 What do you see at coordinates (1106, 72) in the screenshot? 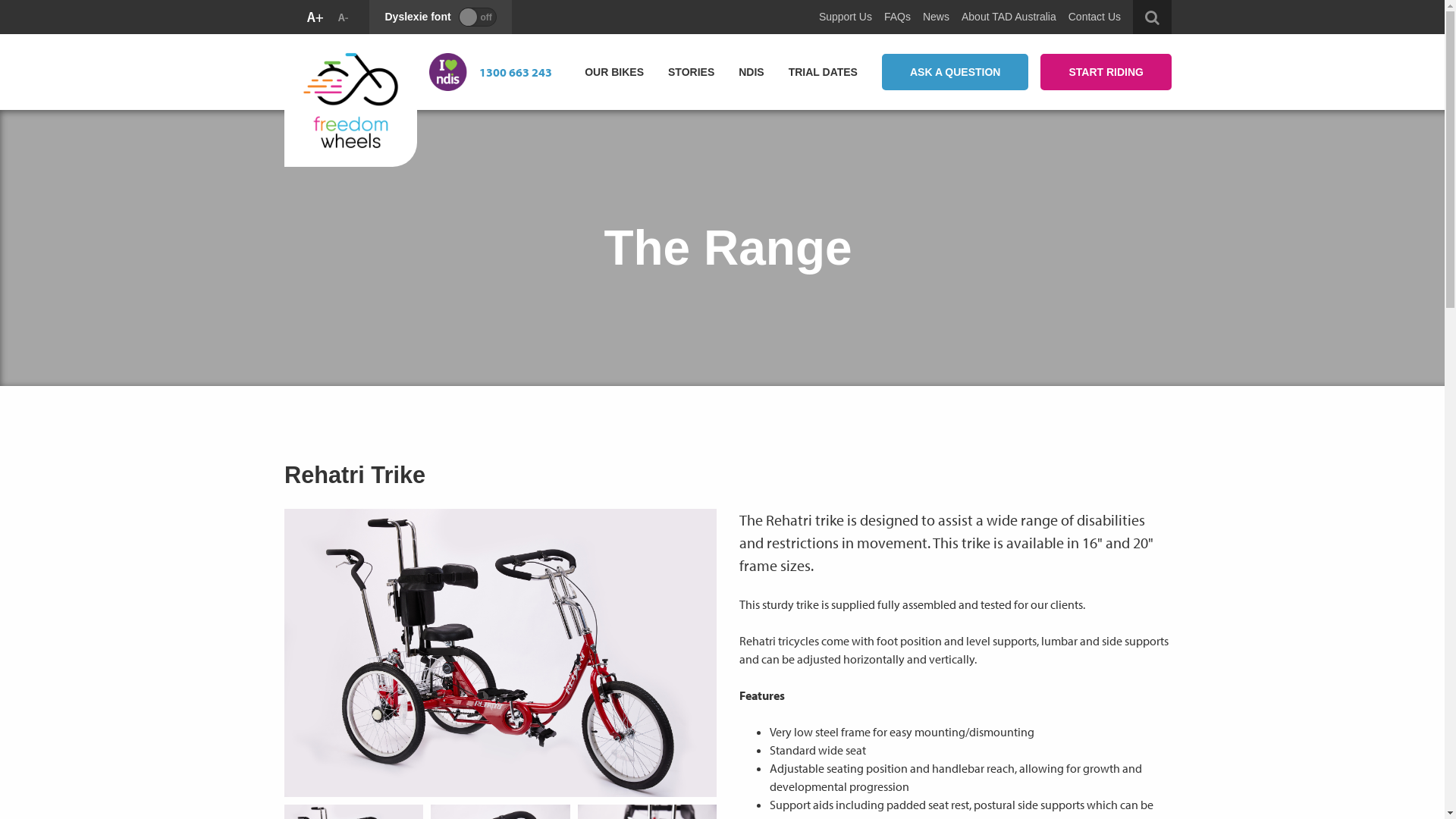
I see `'START RIDING'` at bounding box center [1106, 72].